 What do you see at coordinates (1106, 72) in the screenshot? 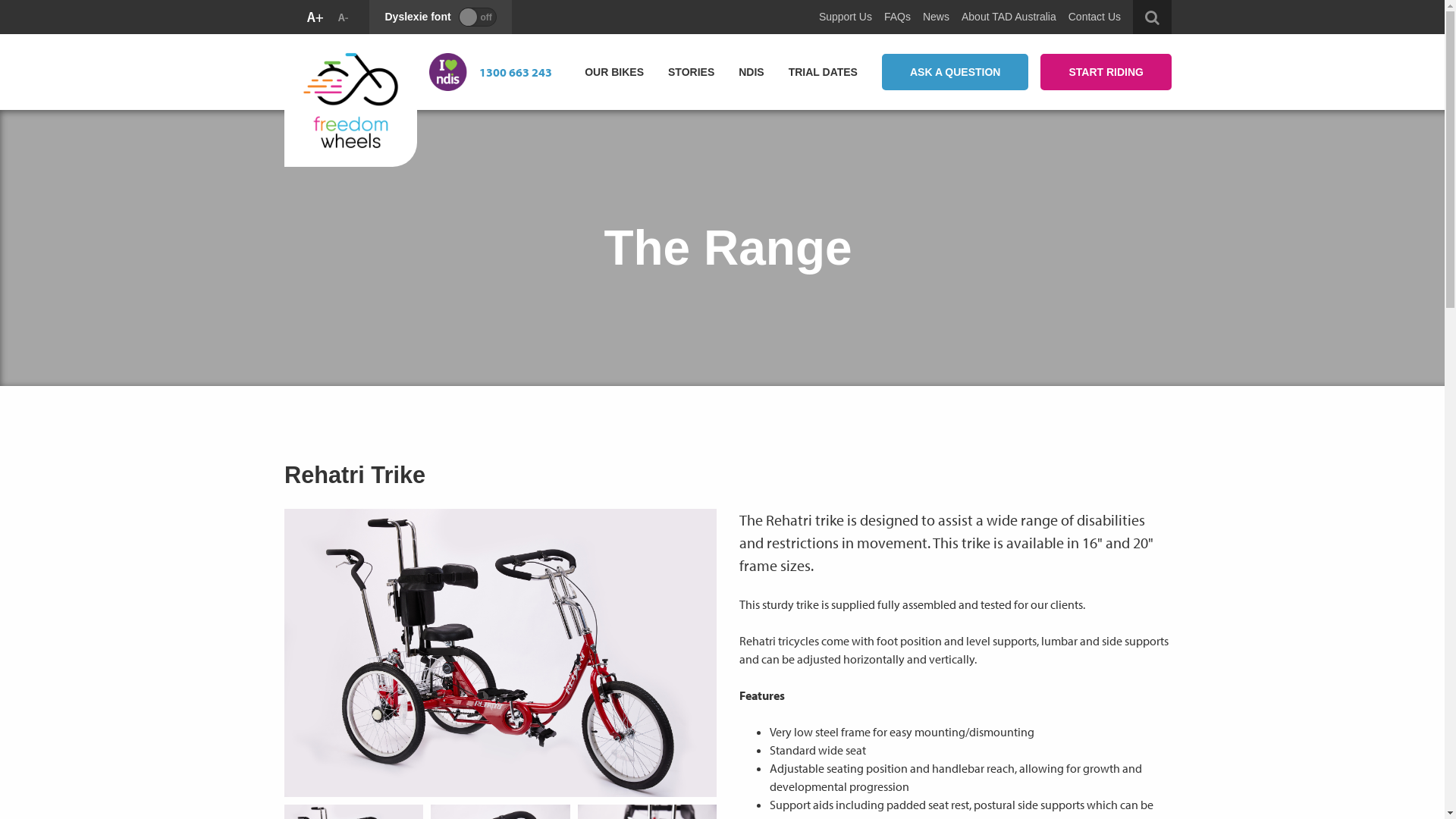
I see `'START RIDING'` at bounding box center [1106, 72].